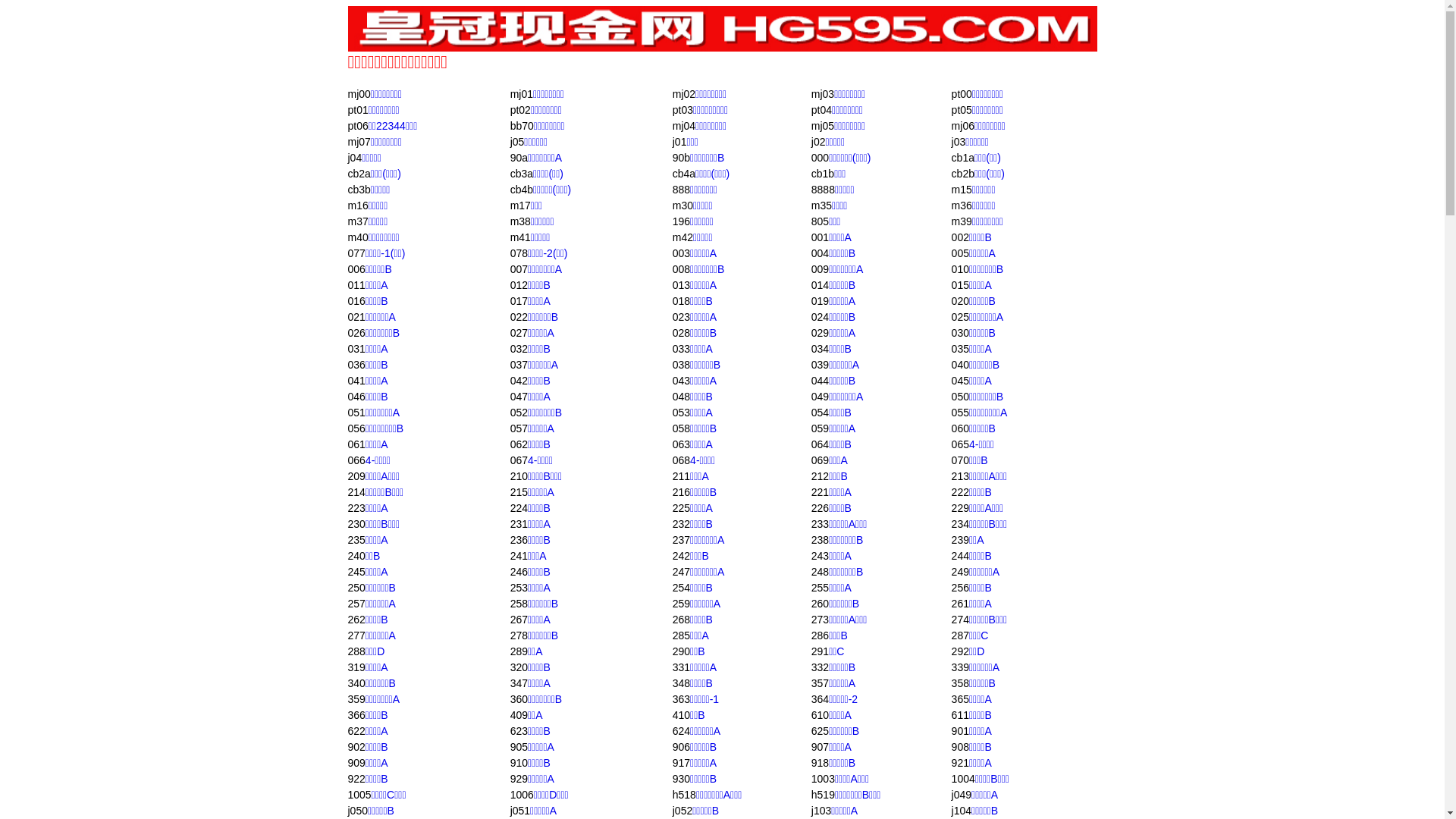 The image size is (1456, 819). Describe the element at coordinates (950, 444) in the screenshot. I see `'065'` at that location.